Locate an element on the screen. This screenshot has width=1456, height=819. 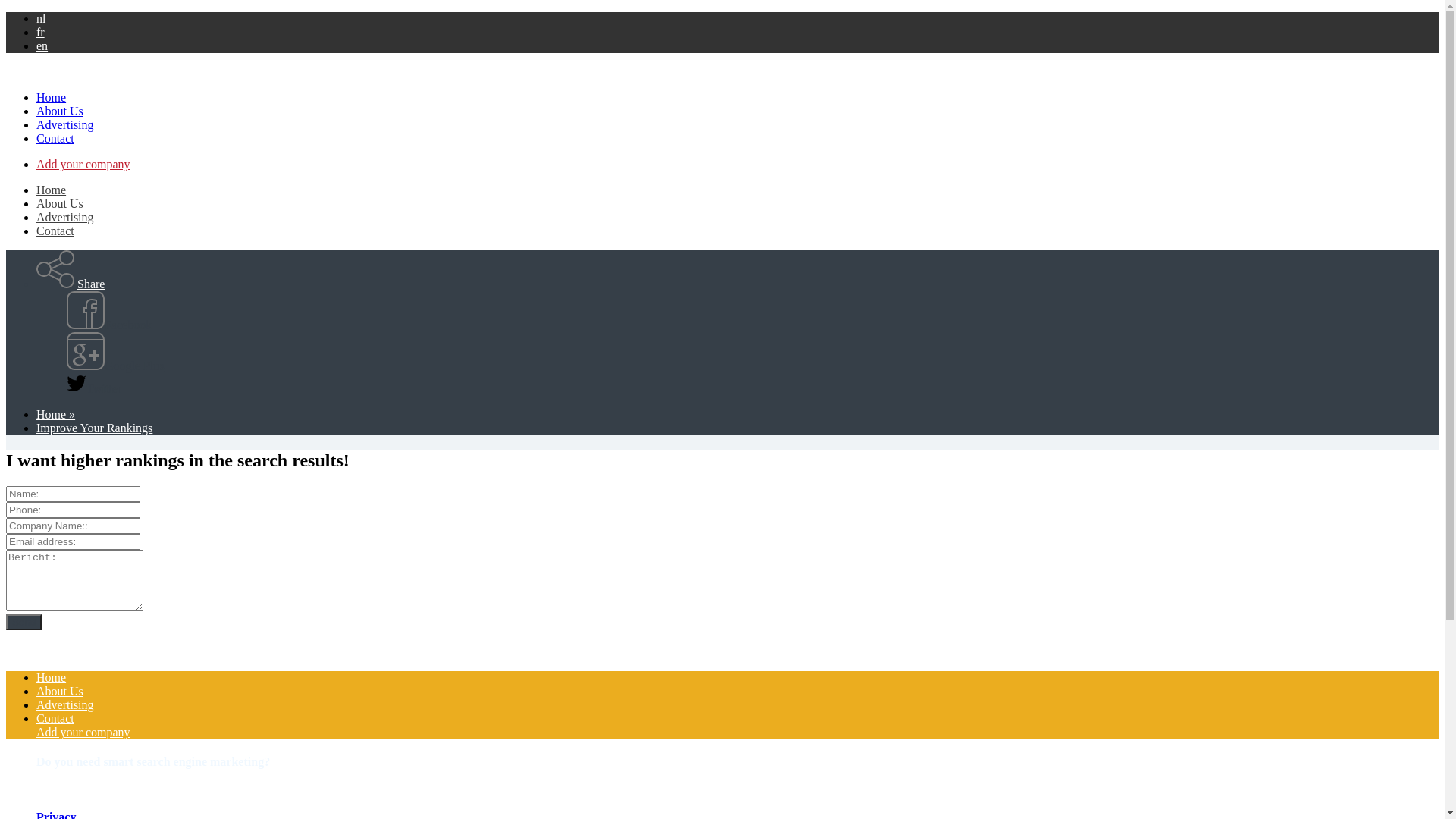
'Home' is located at coordinates (51, 97).